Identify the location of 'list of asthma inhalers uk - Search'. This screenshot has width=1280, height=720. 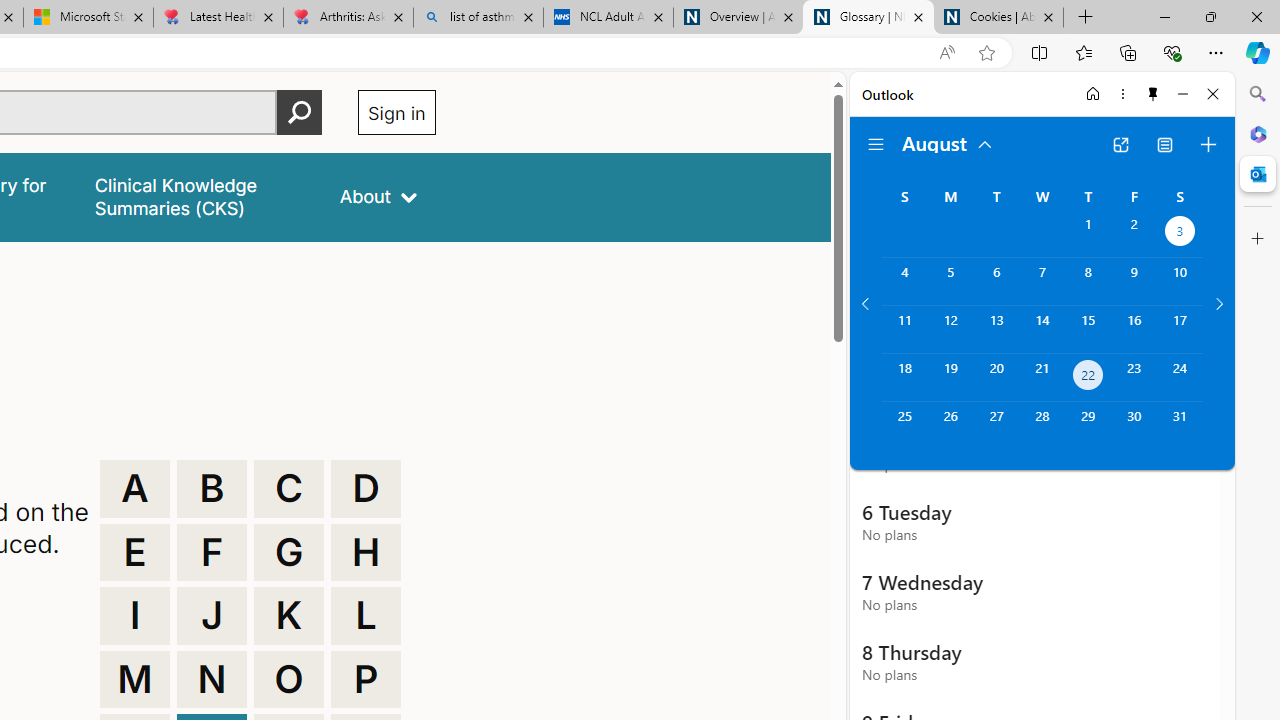
(477, 17).